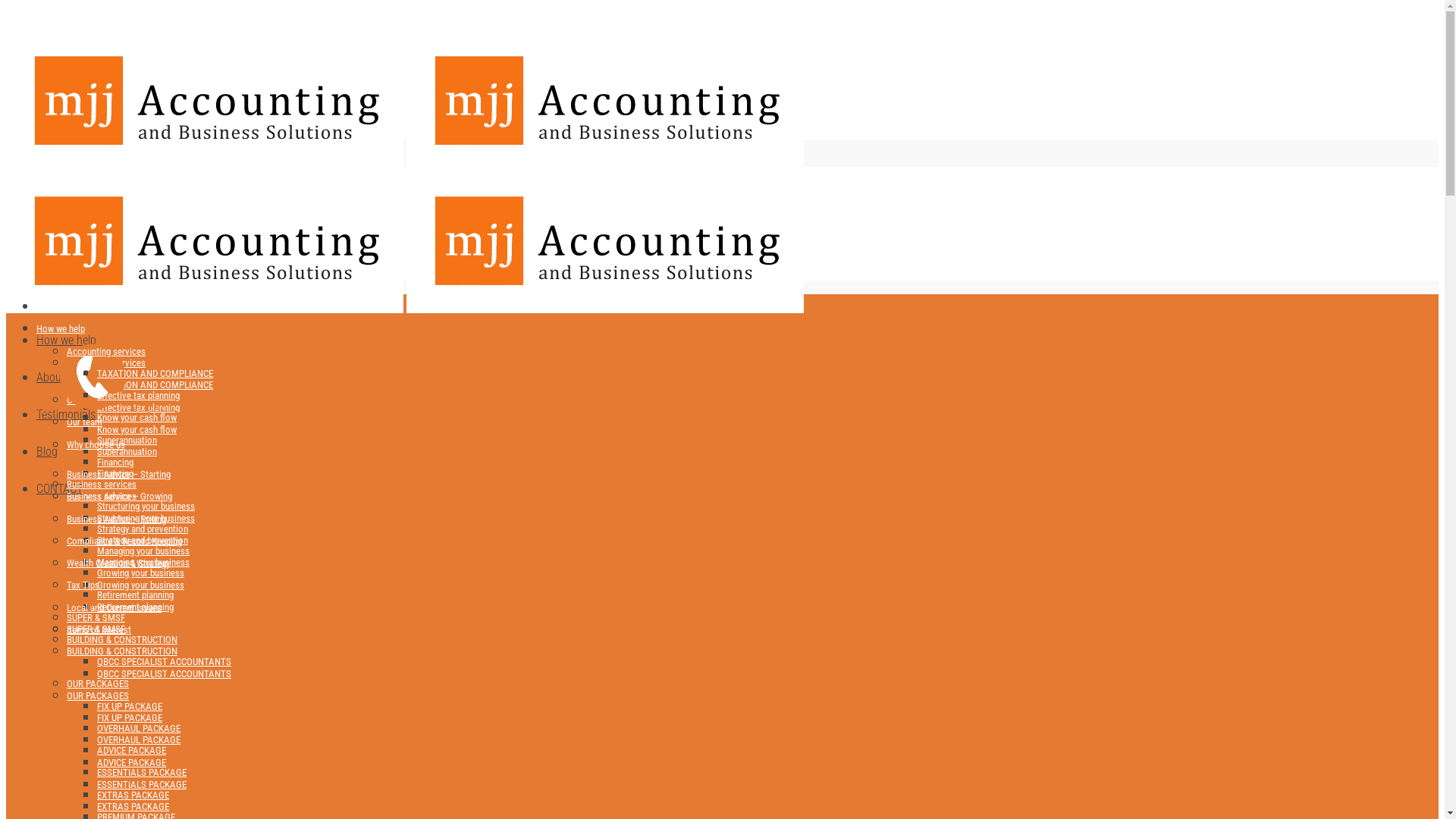 This screenshot has height=819, width=1456. Describe the element at coordinates (83, 399) in the screenshot. I see `'Our story'` at that location.